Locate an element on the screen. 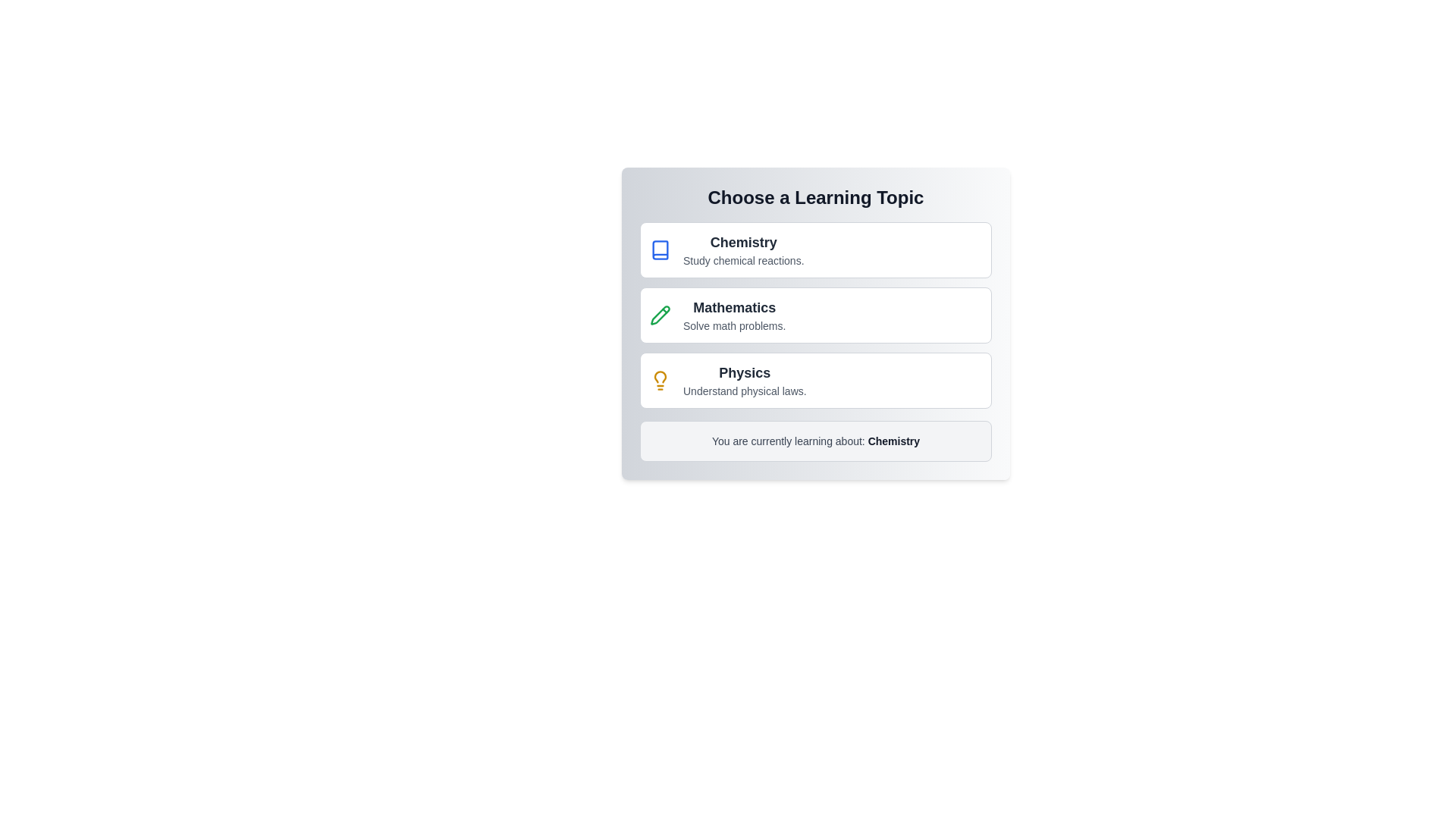  the heading element that provides a title for the section, guiding the user to choose a learning topic is located at coordinates (814, 197).